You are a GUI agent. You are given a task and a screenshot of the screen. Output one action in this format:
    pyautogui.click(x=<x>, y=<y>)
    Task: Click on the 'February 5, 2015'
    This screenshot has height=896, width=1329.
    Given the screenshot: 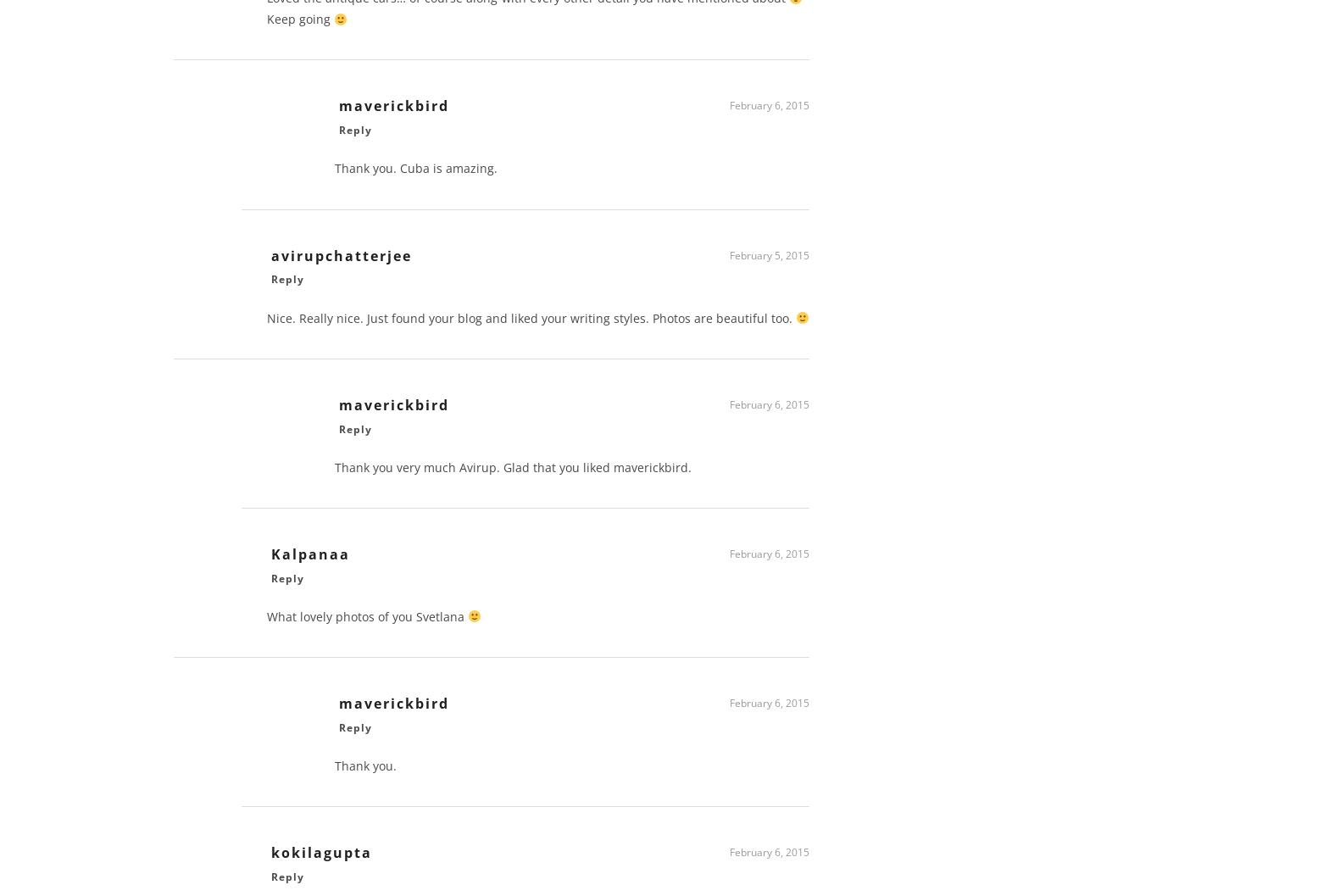 What is the action you would take?
    pyautogui.click(x=770, y=261)
    